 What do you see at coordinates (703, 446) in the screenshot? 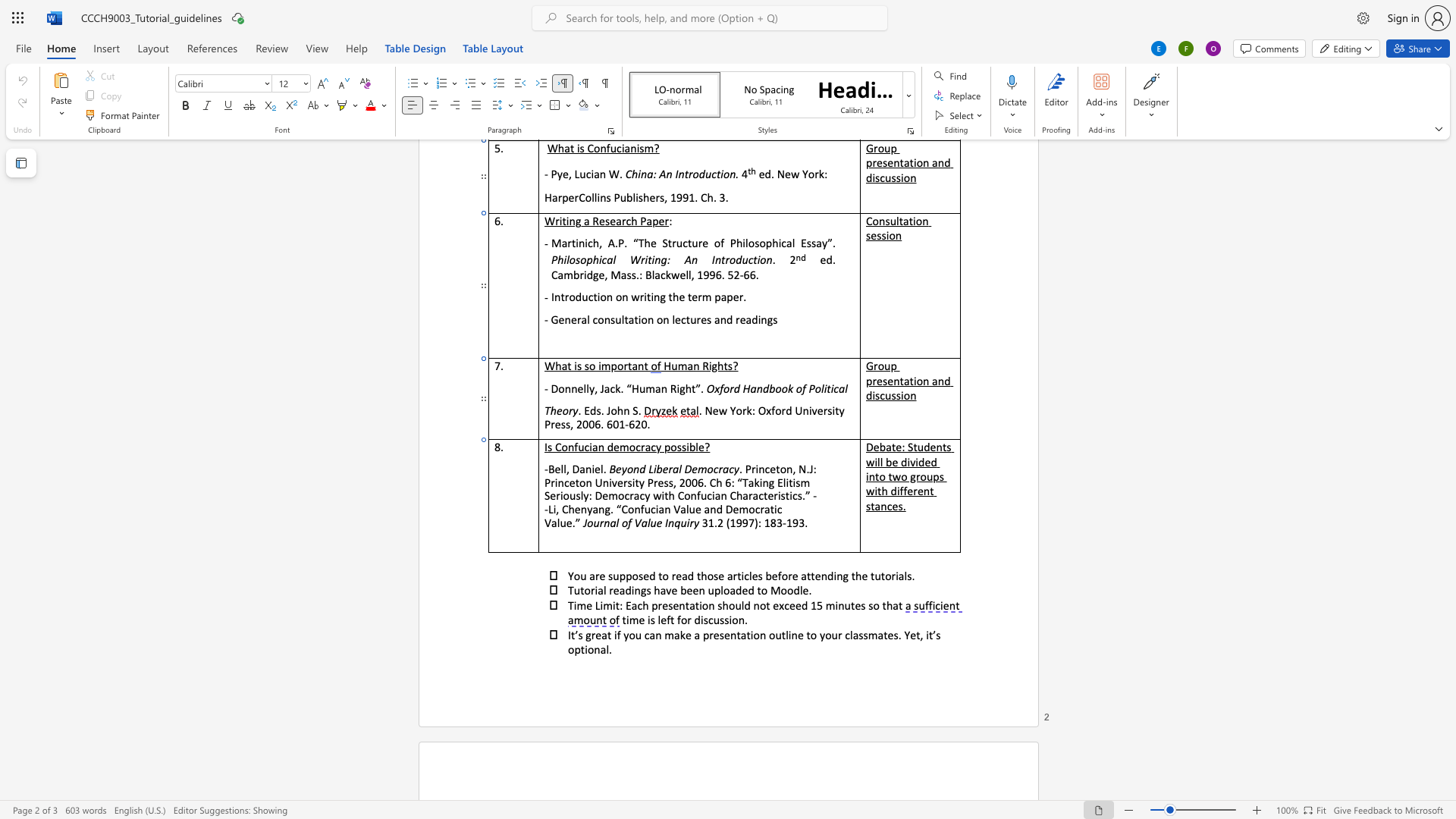
I see `the space between the continuous character "e" and "?" in the text` at bounding box center [703, 446].